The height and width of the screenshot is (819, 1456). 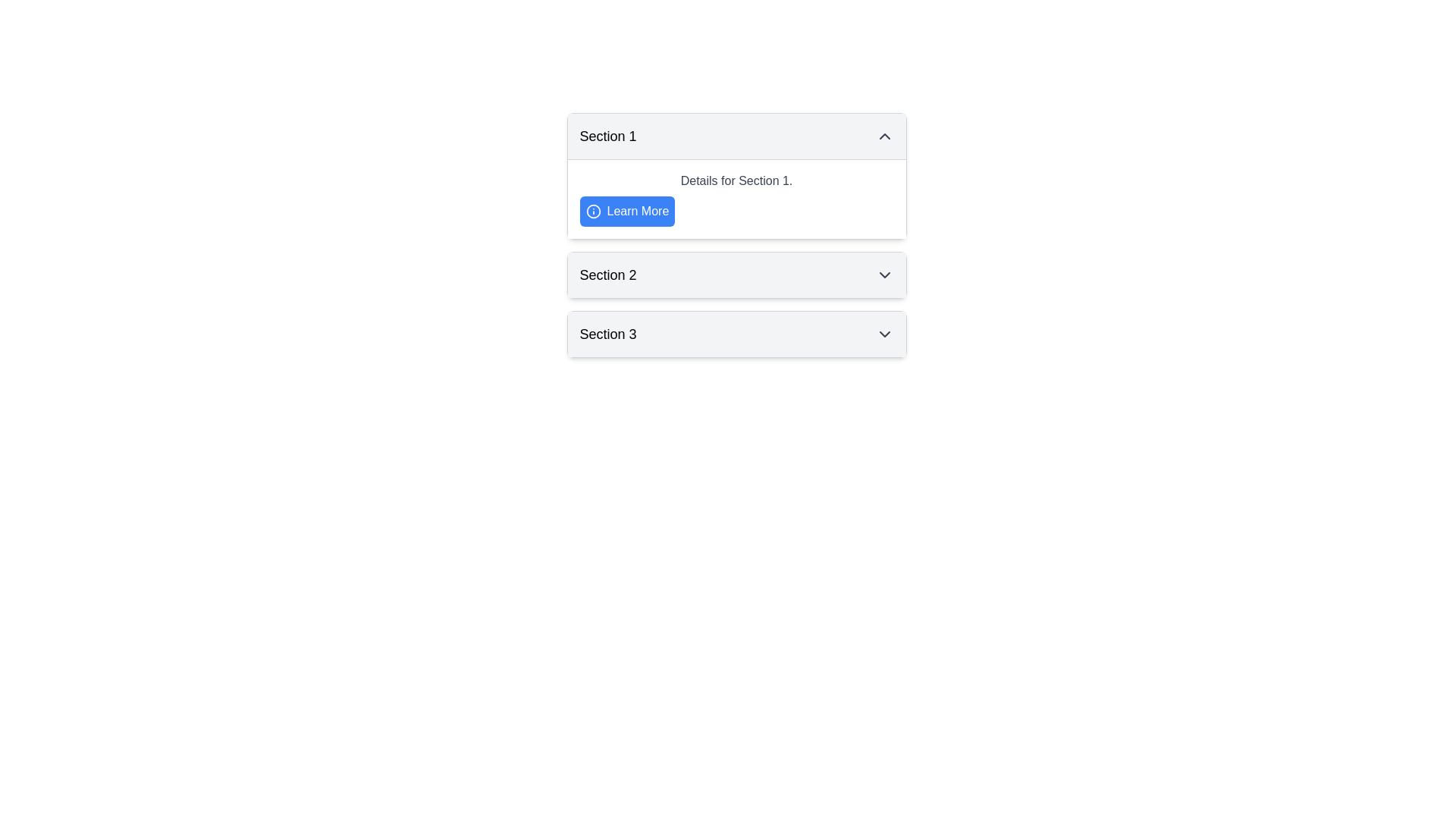 What do you see at coordinates (736, 275) in the screenshot?
I see `the 'Section 2' collapsible section header` at bounding box center [736, 275].